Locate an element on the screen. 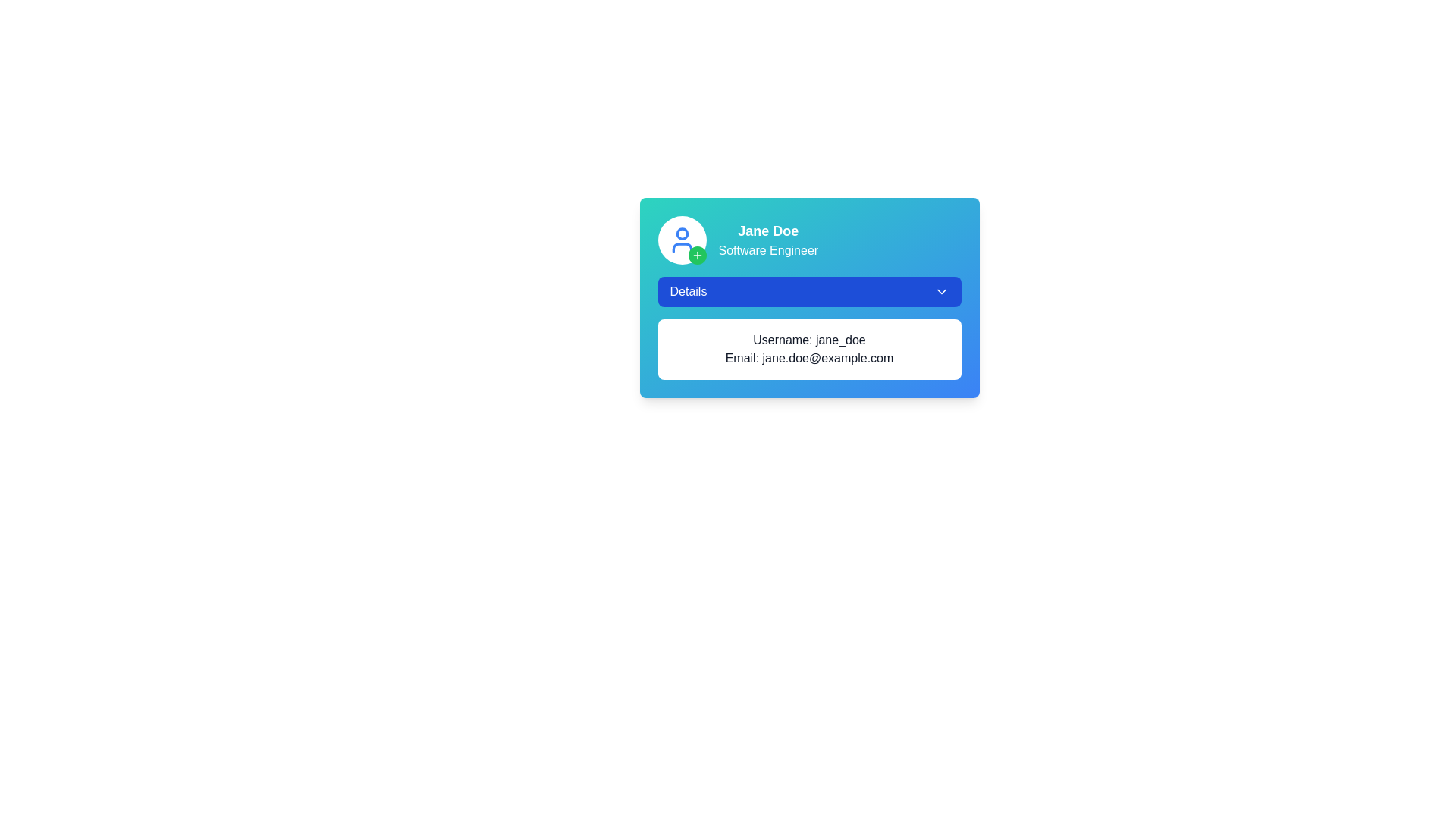 The image size is (1456, 819). the text label that displays 'Username: jane_doe', which is styled in dark gray on a white background, located within a white rounded rectangle box above the email text and below the blue dropdown menu labeled 'Details' is located at coordinates (808, 339).